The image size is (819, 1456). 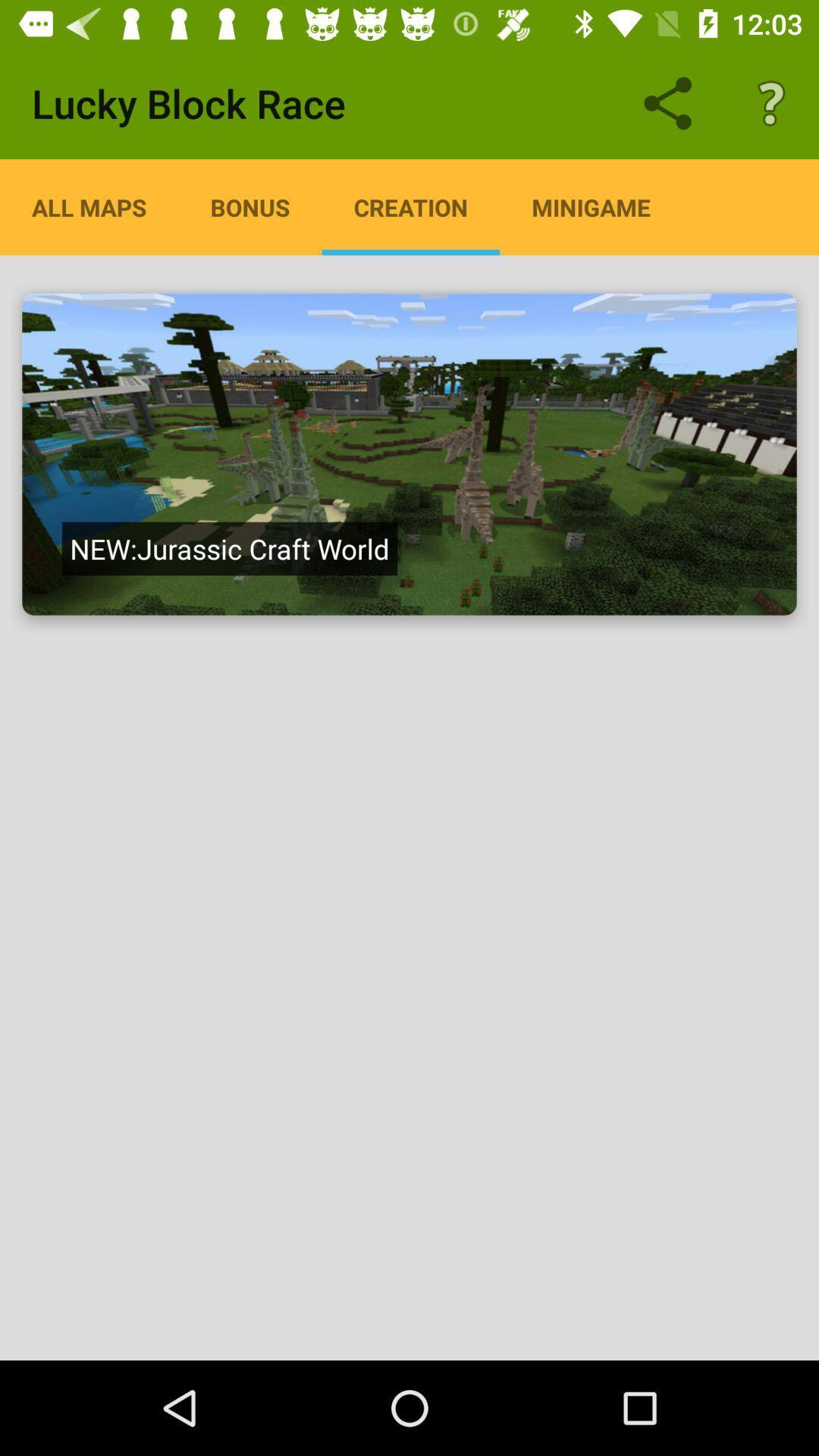 What do you see at coordinates (590, 206) in the screenshot?
I see `the item to the right of the creation` at bounding box center [590, 206].